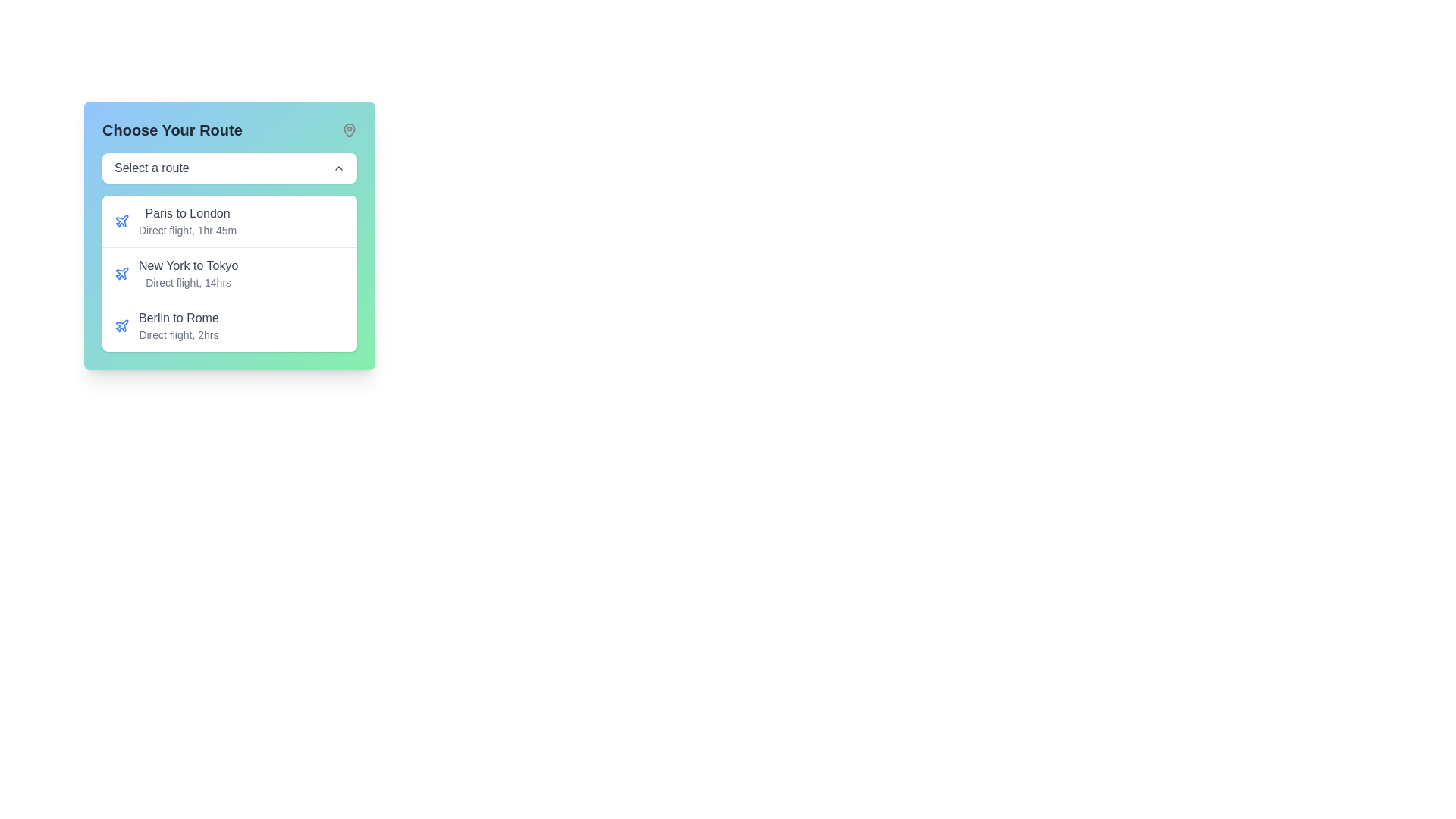  Describe the element at coordinates (122, 274) in the screenshot. I see `the airplane icon representing the flight route located to the left of the flight information text 'New York to Tokyo' in the dropdown interface` at that location.